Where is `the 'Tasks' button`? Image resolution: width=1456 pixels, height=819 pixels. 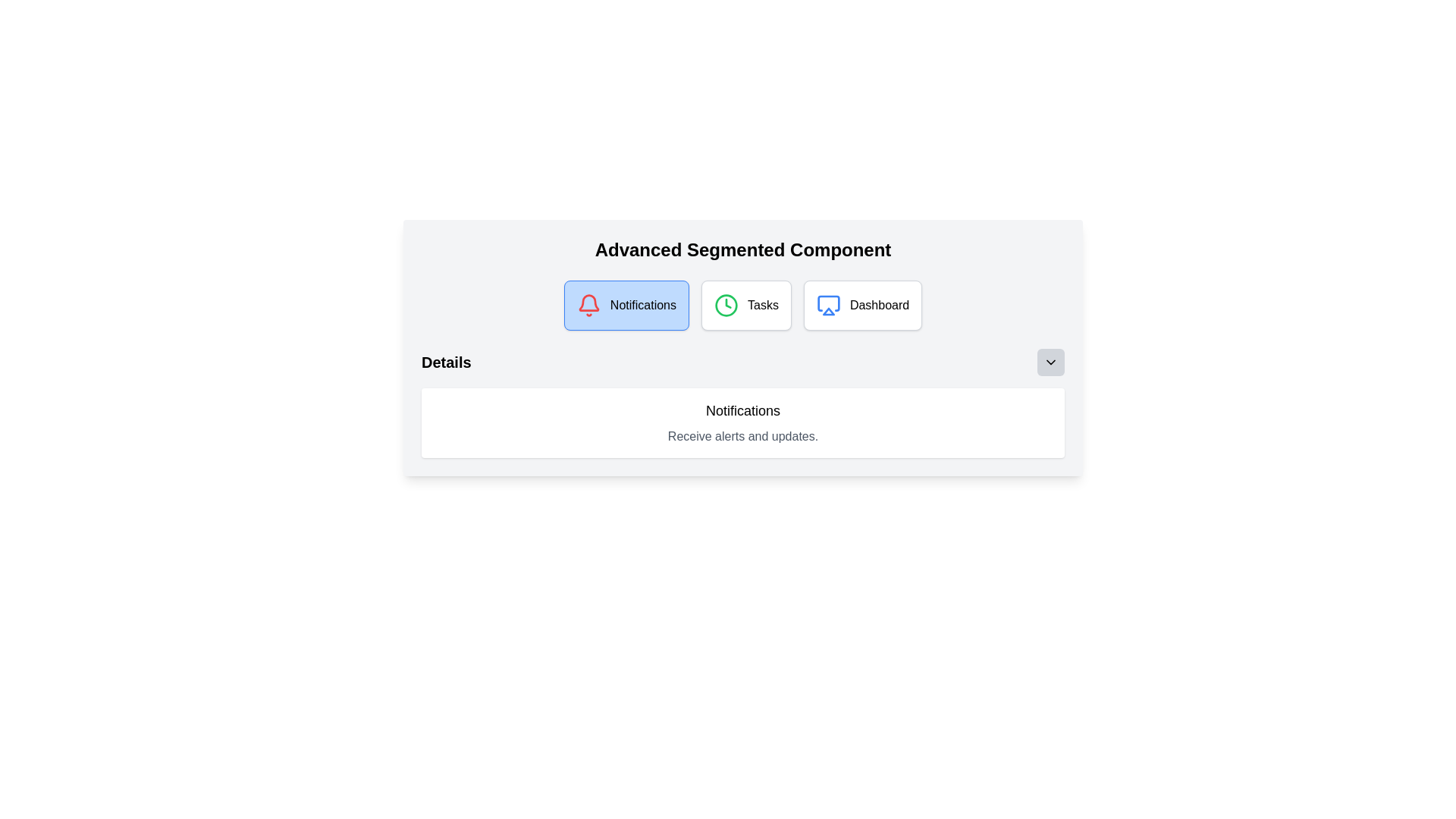 the 'Tasks' button is located at coordinates (746, 305).